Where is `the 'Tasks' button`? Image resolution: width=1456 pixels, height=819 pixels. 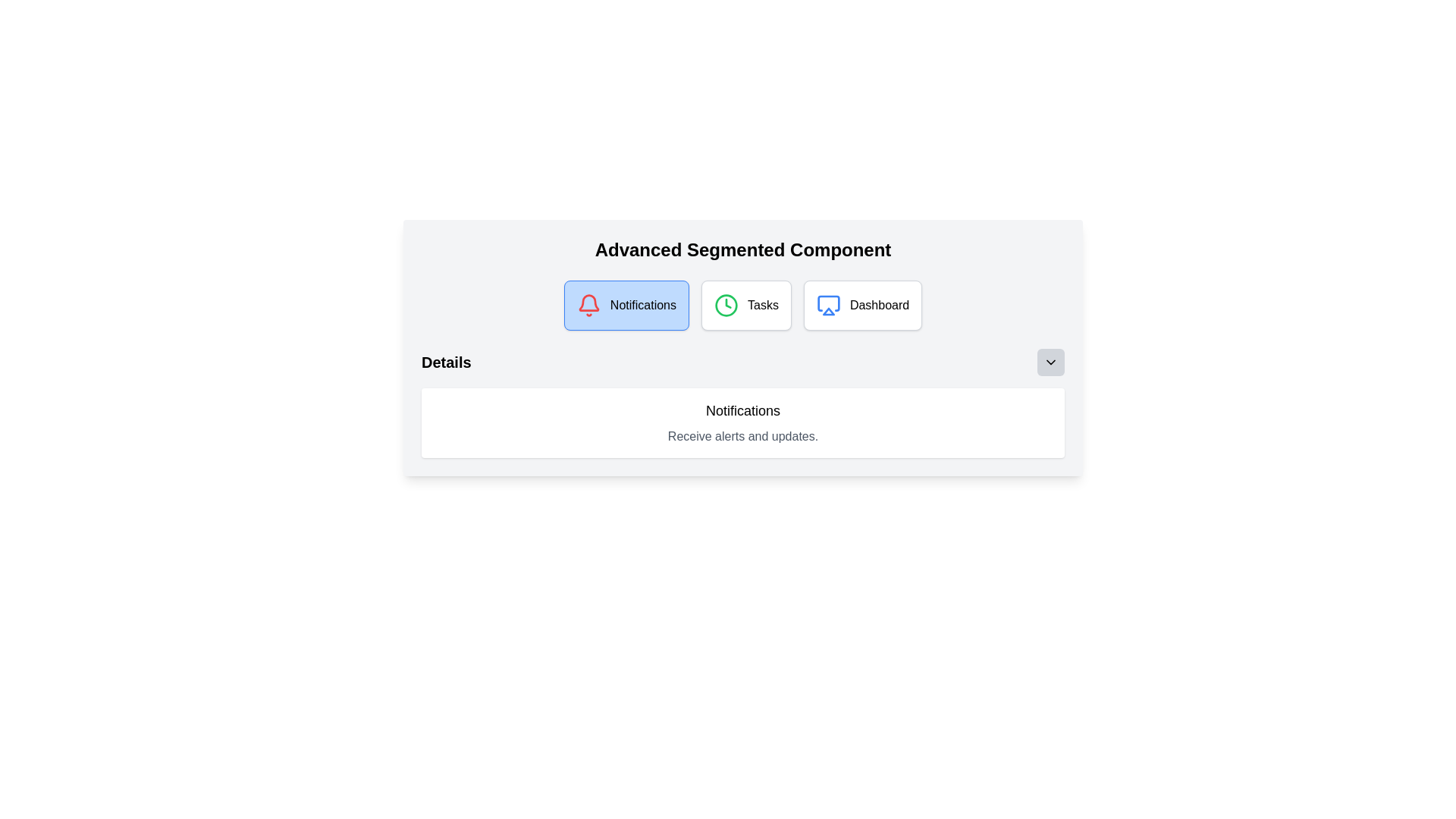 the 'Tasks' button is located at coordinates (746, 305).